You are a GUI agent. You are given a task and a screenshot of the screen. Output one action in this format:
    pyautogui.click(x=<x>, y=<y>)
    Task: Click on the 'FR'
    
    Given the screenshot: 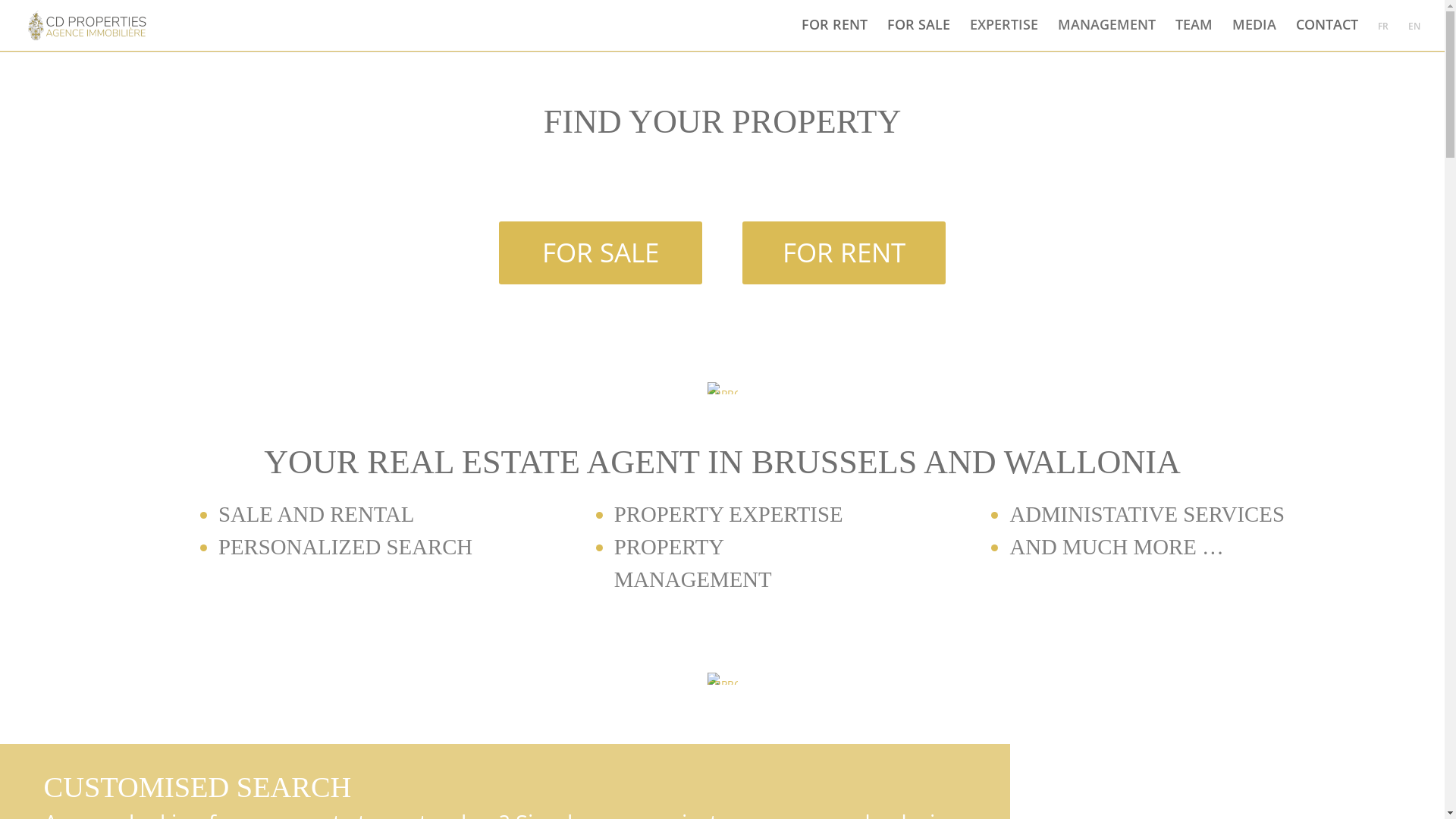 What is the action you would take?
    pyautogui.click(x=1383, y=35)
    